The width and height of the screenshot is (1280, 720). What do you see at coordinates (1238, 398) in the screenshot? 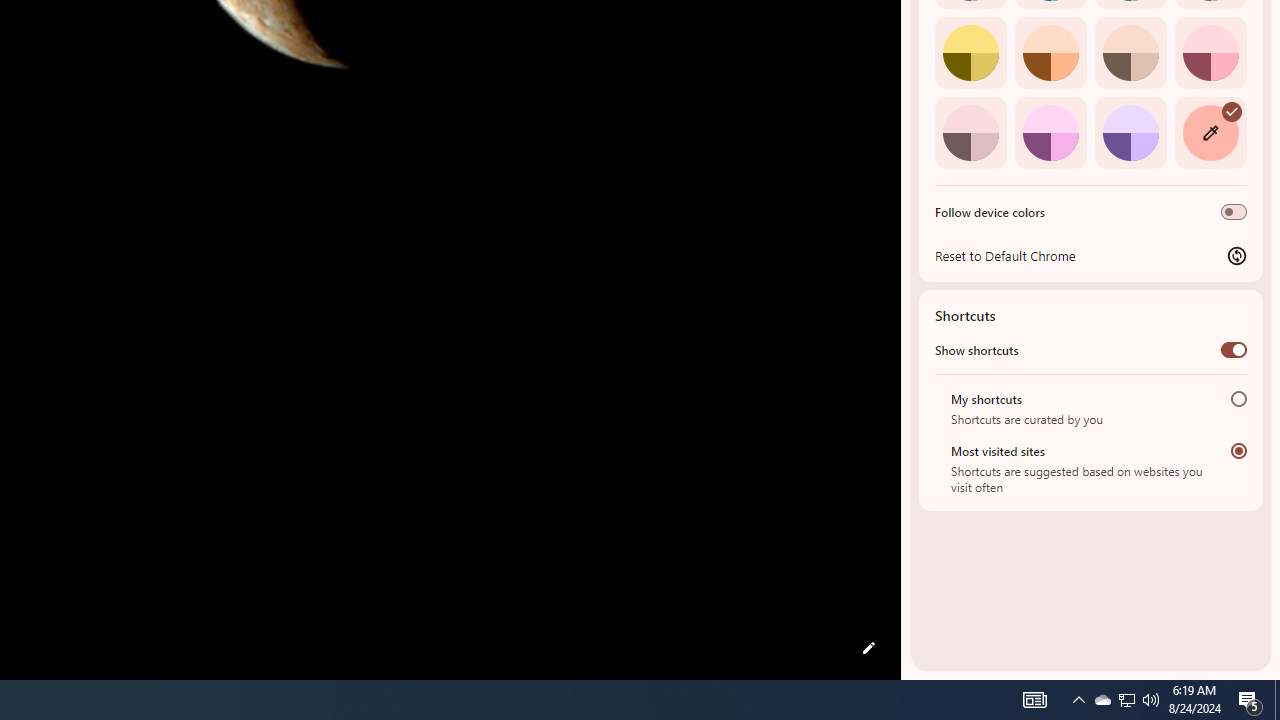
I see `'My shortcuts'` at bounding box center [1238, 398].